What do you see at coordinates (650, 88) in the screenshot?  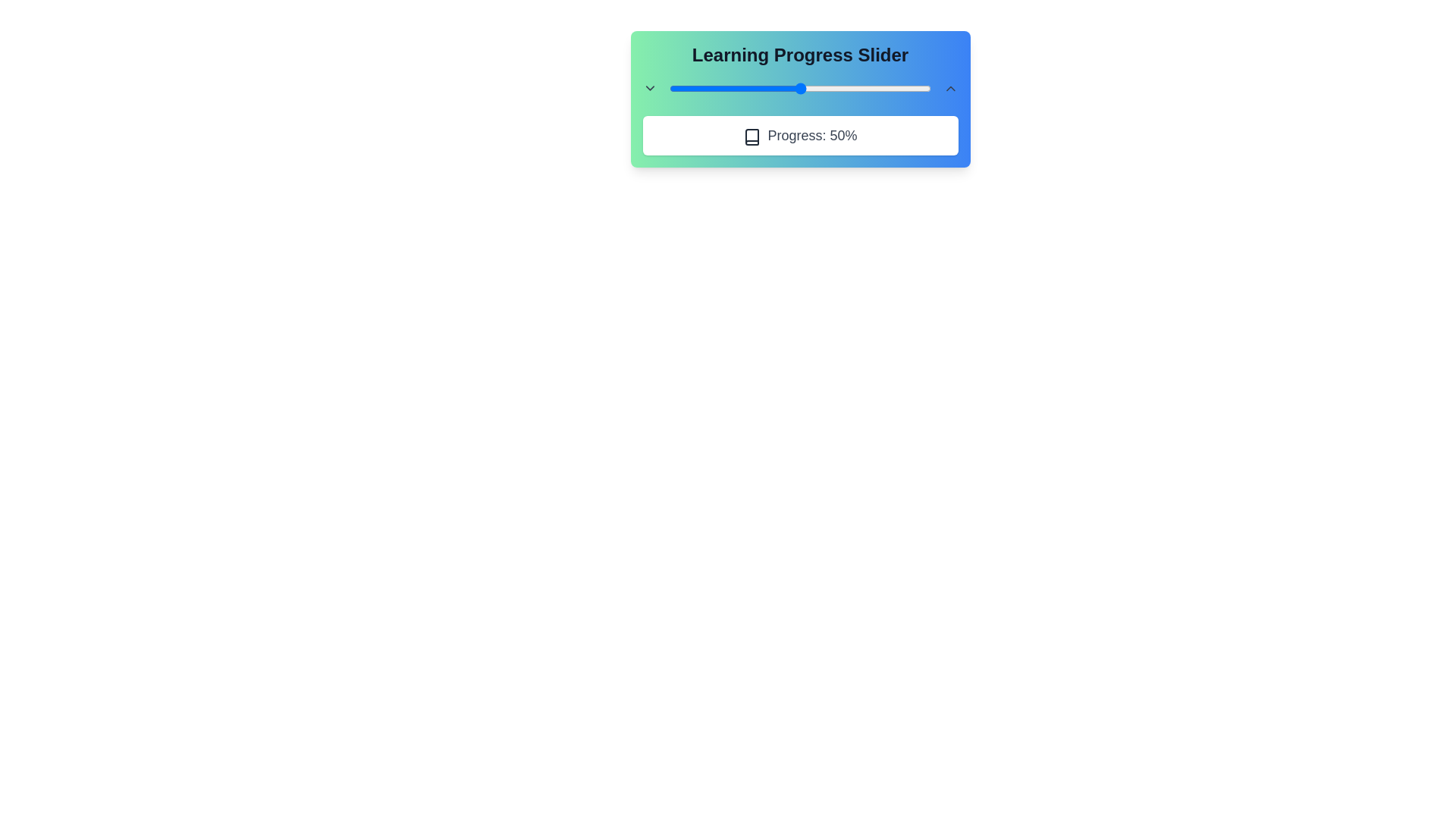 I see `the down arrow icon to expand the study material selector` at bounding box center [650, 88].